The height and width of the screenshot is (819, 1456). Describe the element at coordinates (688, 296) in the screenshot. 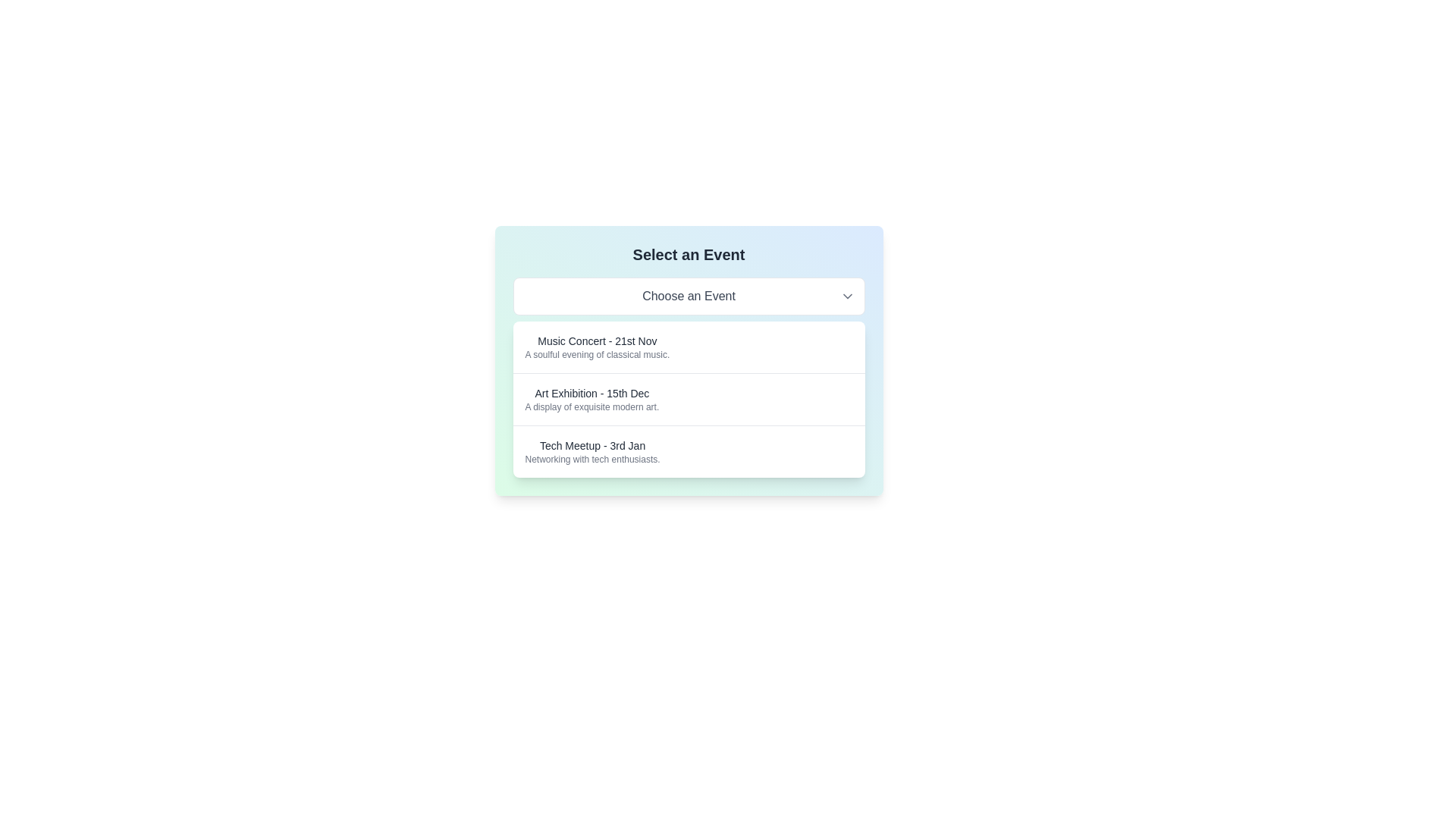

I see `the placeholder text label in the dropdown menu that prompts the user to choose from available events` at that location.